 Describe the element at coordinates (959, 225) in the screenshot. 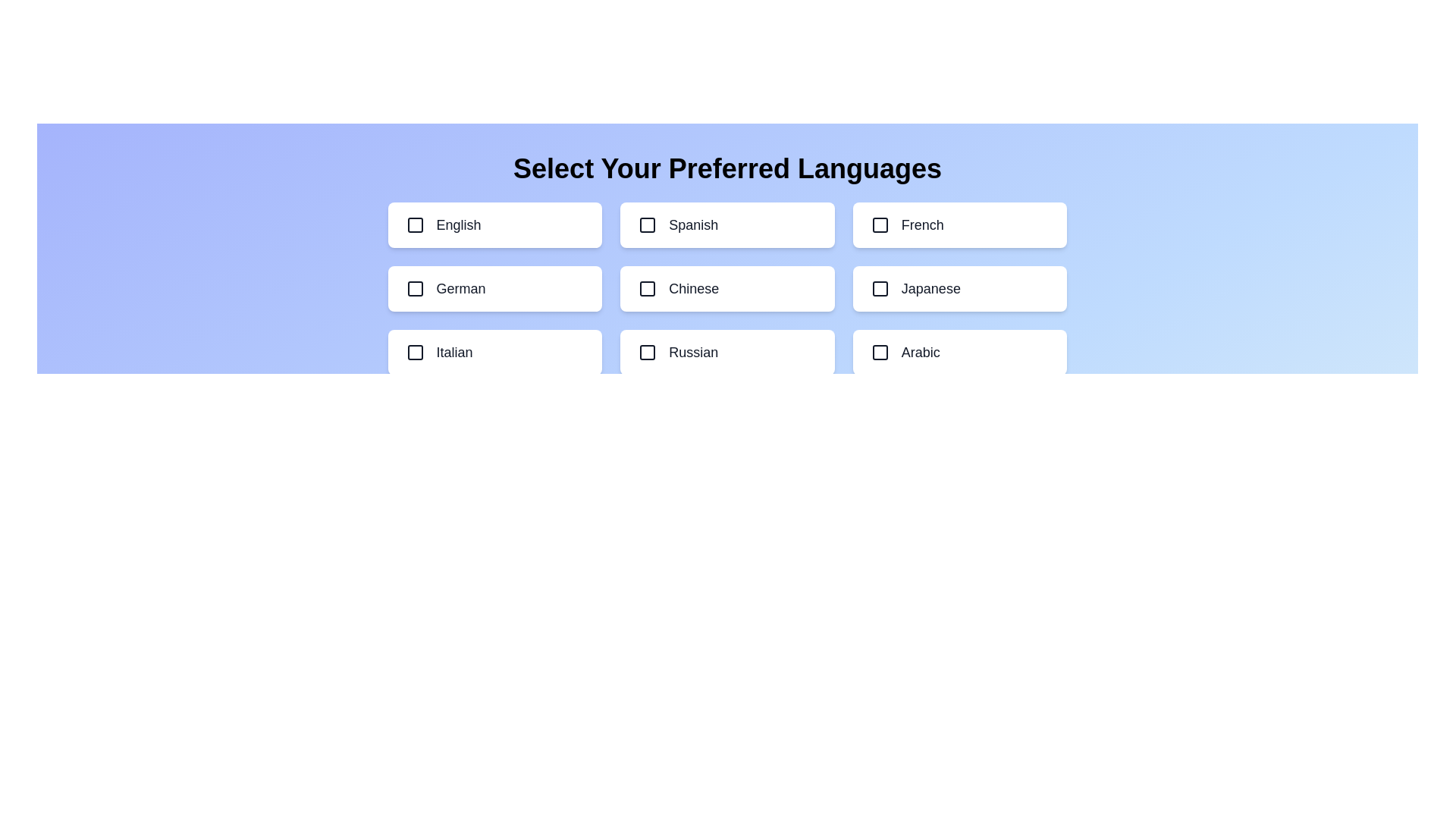

I see `the language option French` at that location.